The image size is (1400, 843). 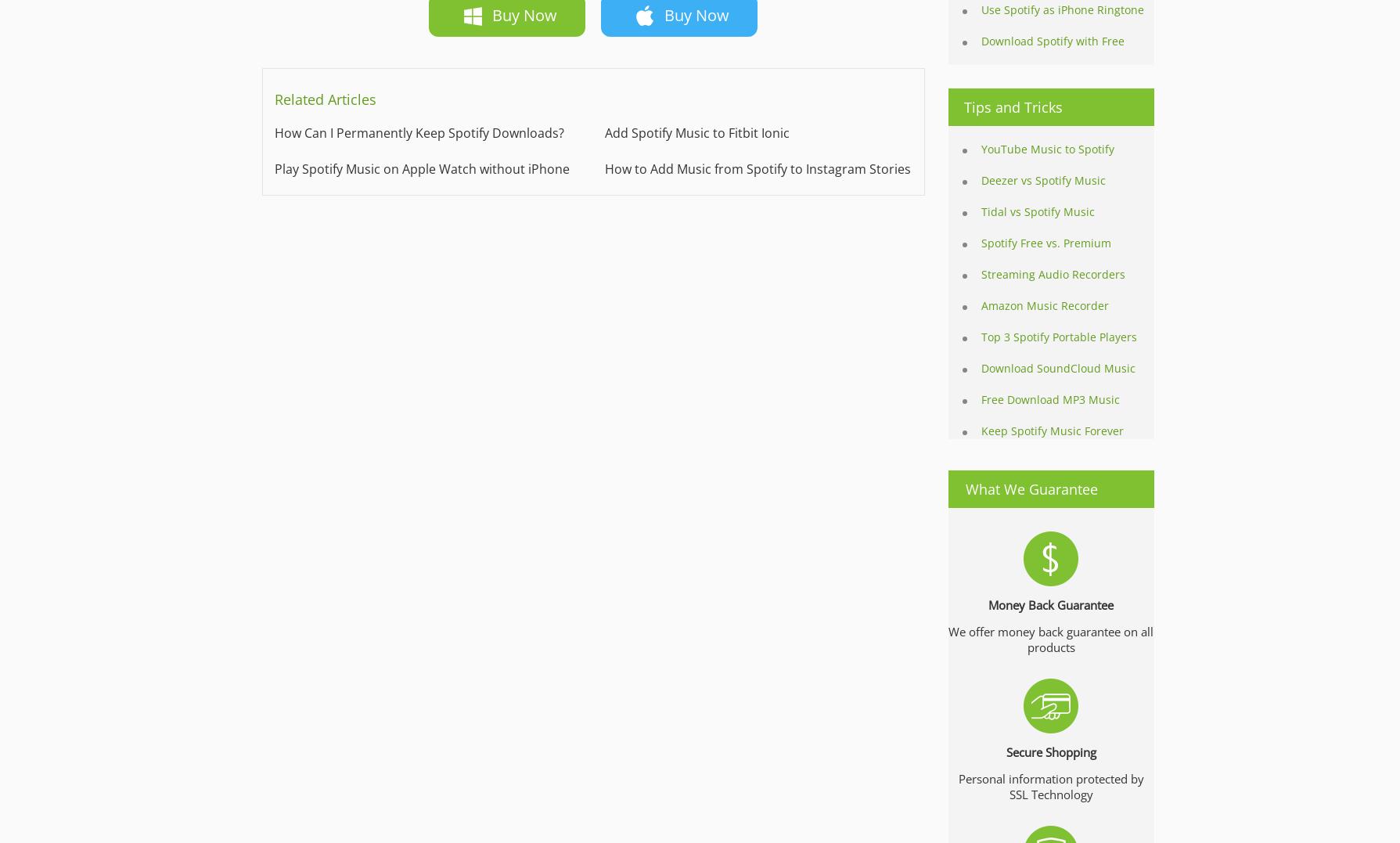 What do you see at coordinates (981, 243) in the screenshot?
I see `'Spotify Free vs. Premium'` at bounding box center [981, 243].